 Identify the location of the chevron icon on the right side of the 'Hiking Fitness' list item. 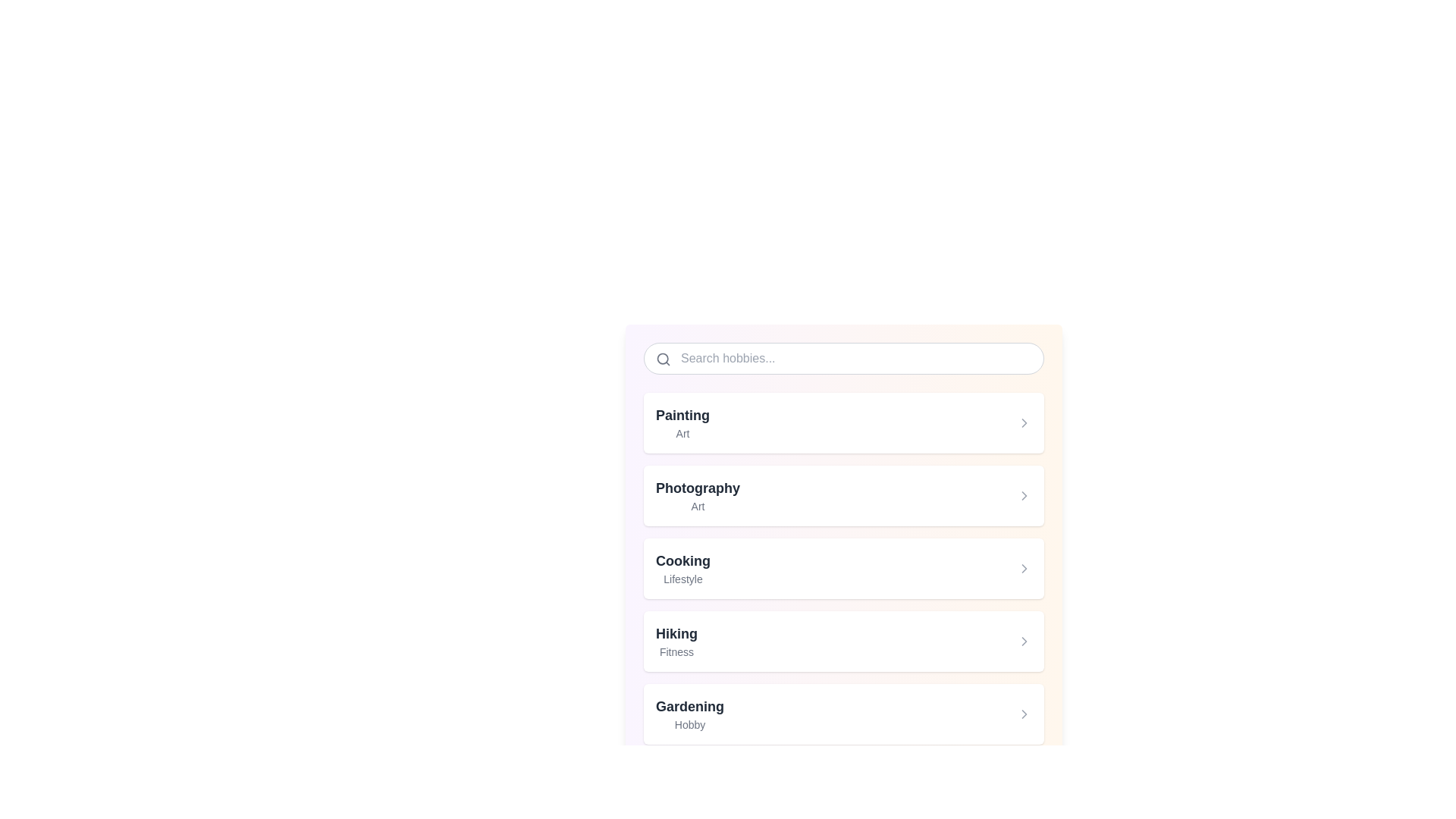
(1024, 641).